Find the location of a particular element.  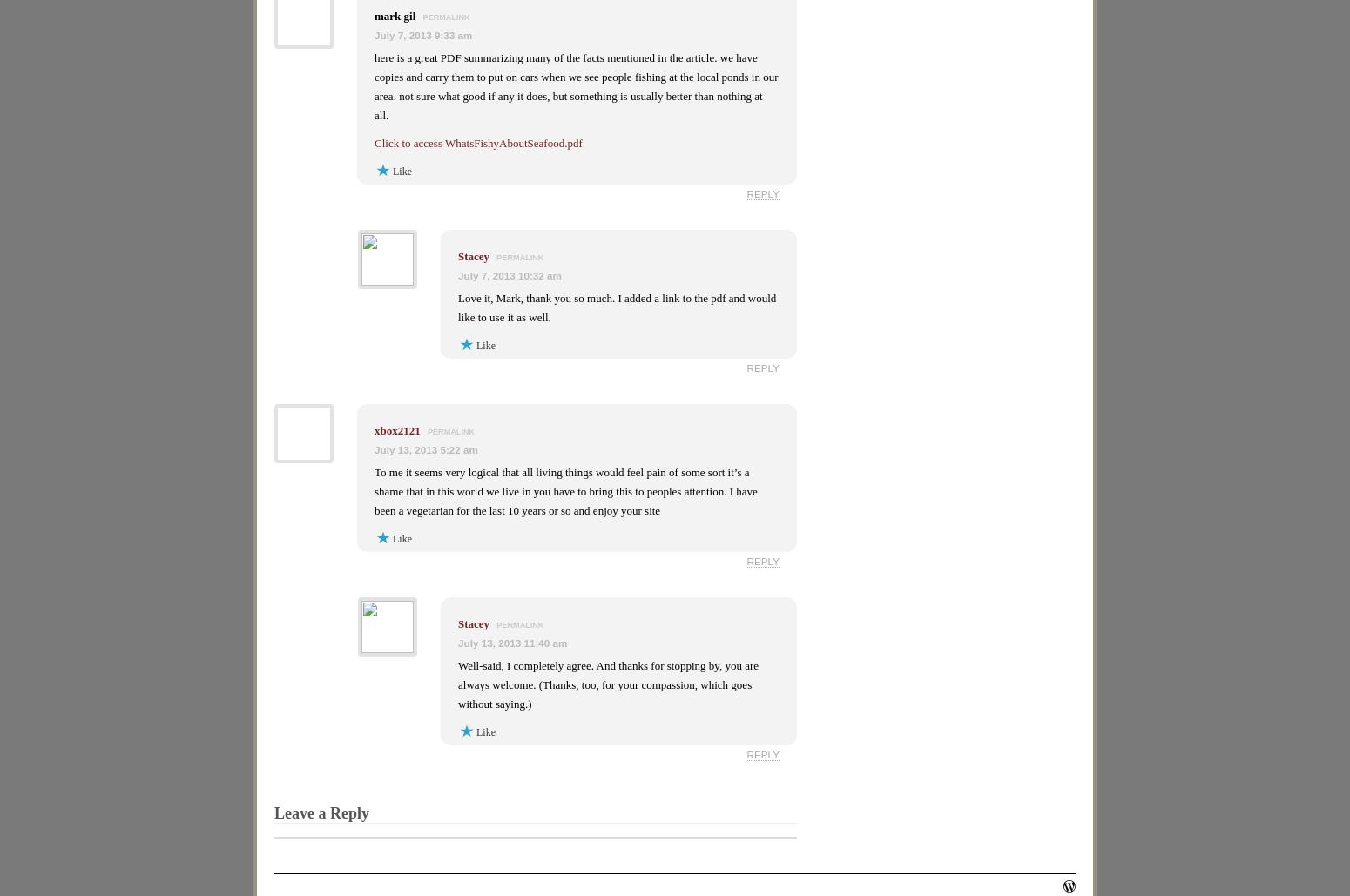

'July 13, 2013 5:22 am' is located at coordinates (425, 448).